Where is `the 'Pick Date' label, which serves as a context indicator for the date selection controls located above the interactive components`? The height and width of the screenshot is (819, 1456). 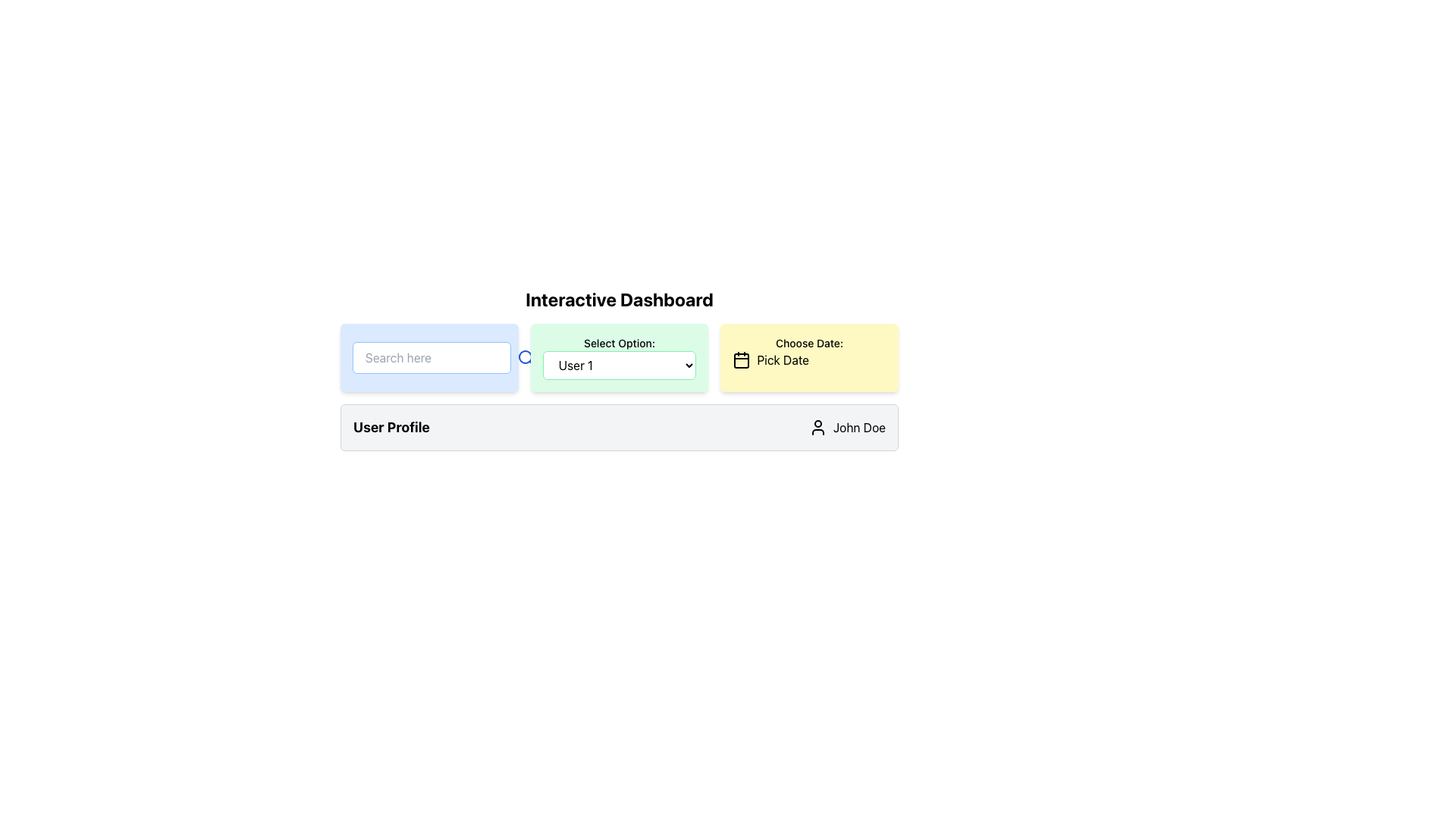
the 'Pick Date' label, which serves as a context indicator for the date selection controls located above the interactive components is located at coordinates (808, 343).